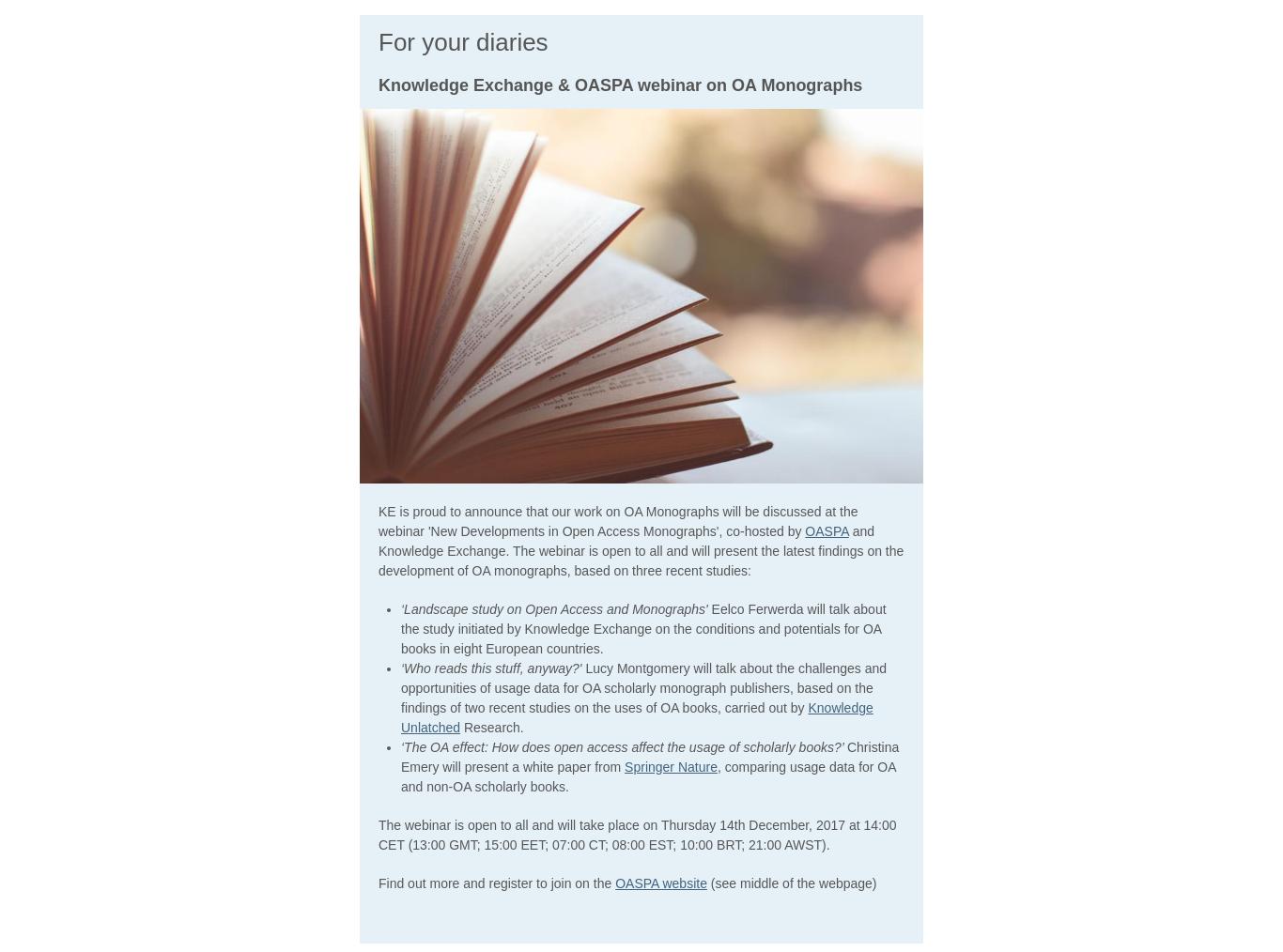  I want to click on 'Research.', so click(491, 726).